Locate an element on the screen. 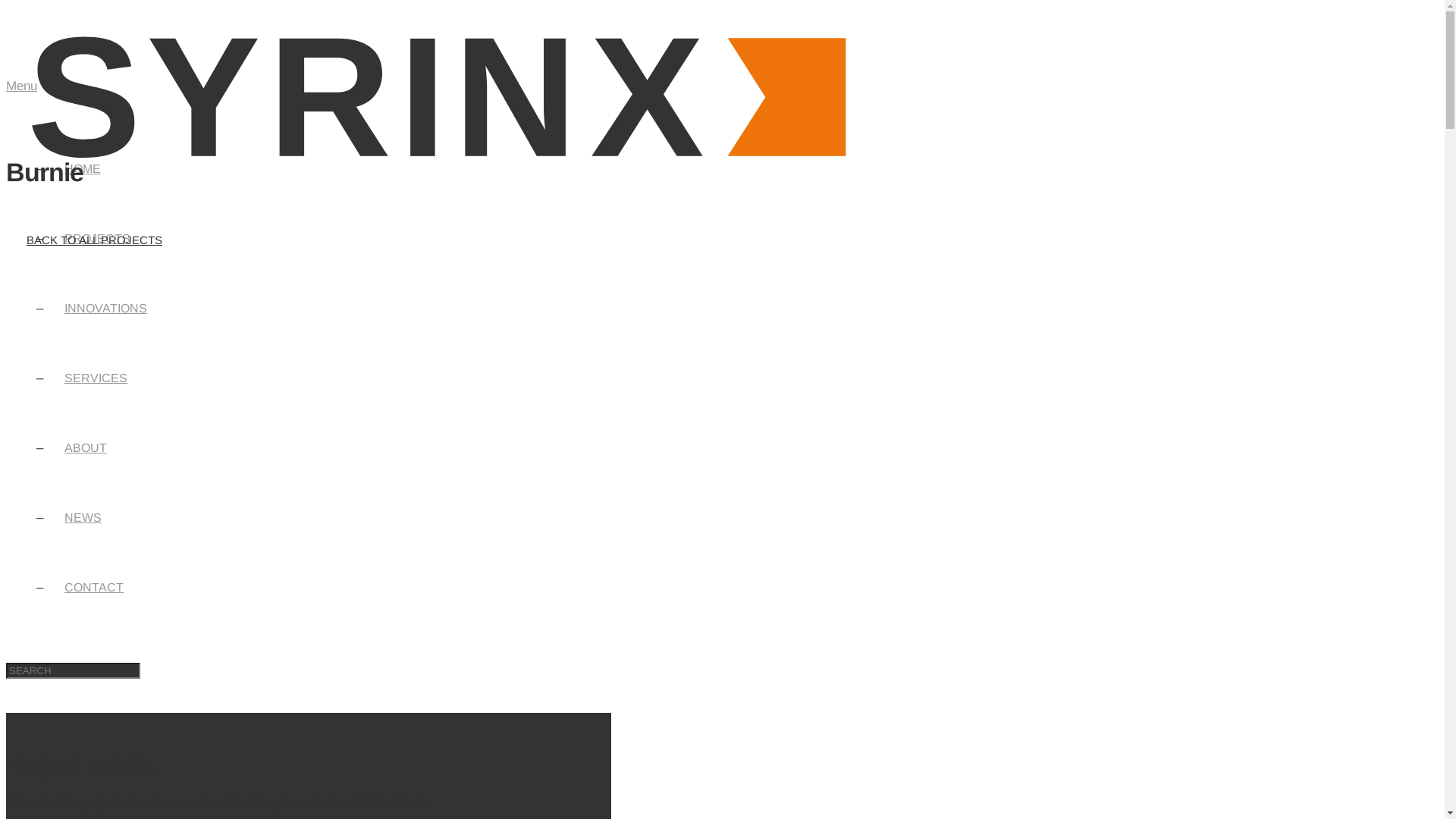 This screenshot has width=1456, height=819. 'Menu' is located at coordinates (6, 86).